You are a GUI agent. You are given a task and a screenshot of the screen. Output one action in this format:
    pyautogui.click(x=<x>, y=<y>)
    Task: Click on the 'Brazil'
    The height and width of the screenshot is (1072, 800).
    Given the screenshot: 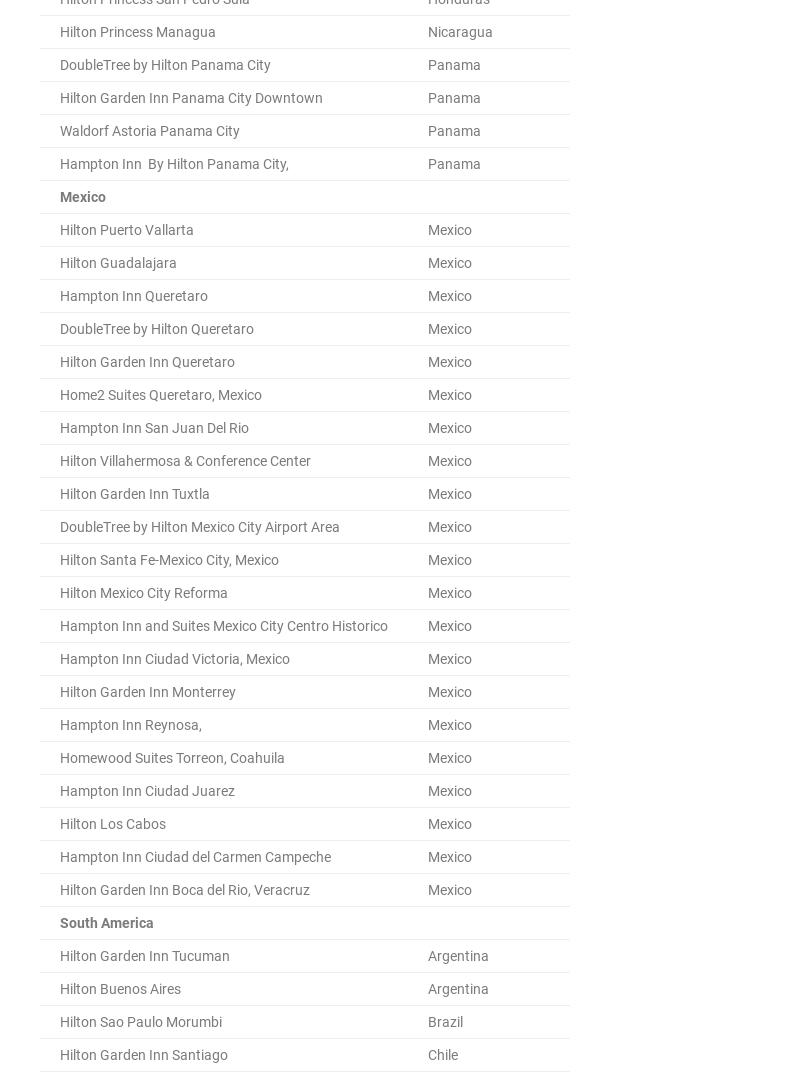 What is the action you would take?
    pyautogui.click(x=428, y=1022)
    